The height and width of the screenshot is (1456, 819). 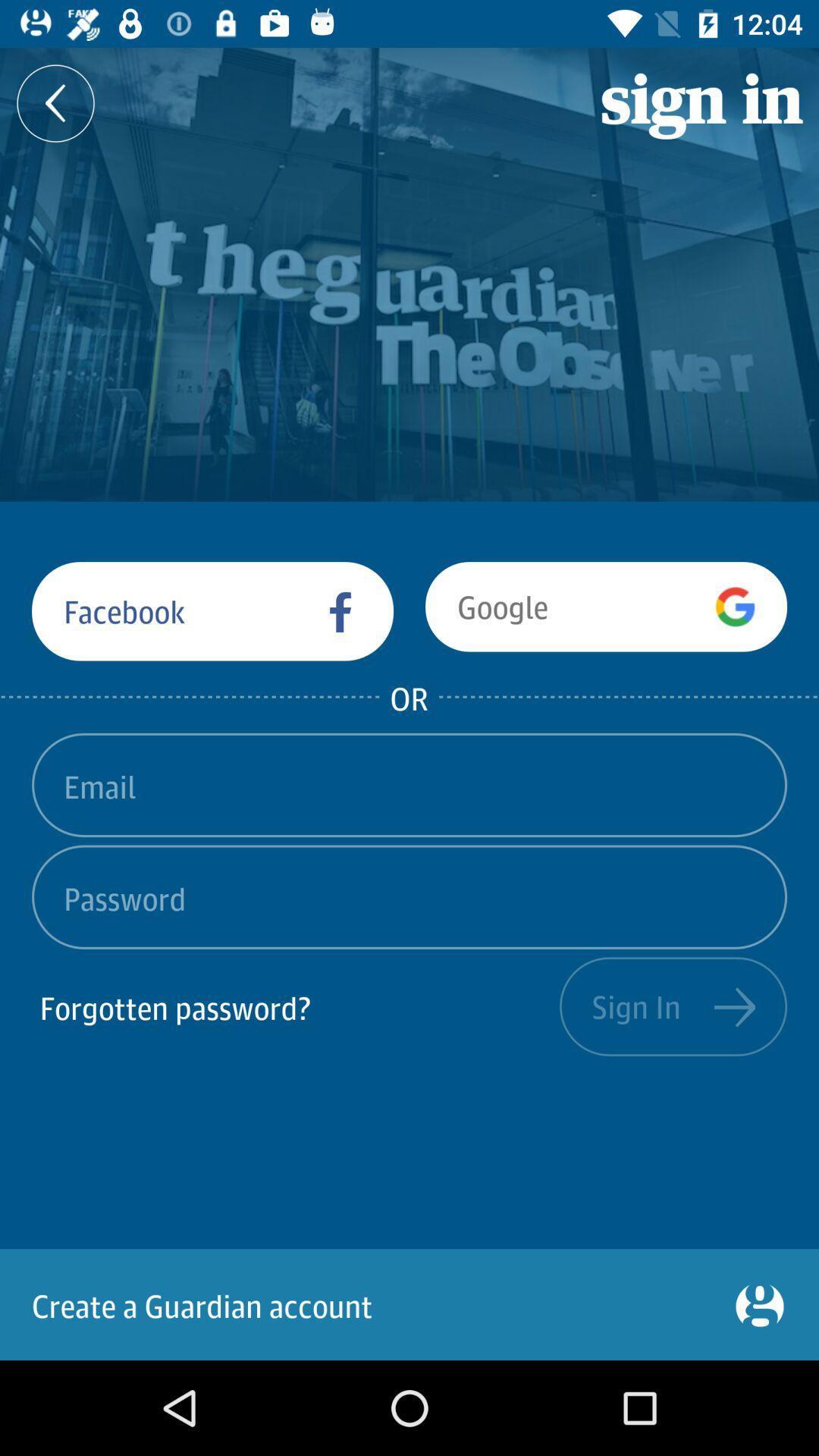 What do you see at coordinates (409, 897) in the screenshot?
I see `password` at bounding box center [409, 897].